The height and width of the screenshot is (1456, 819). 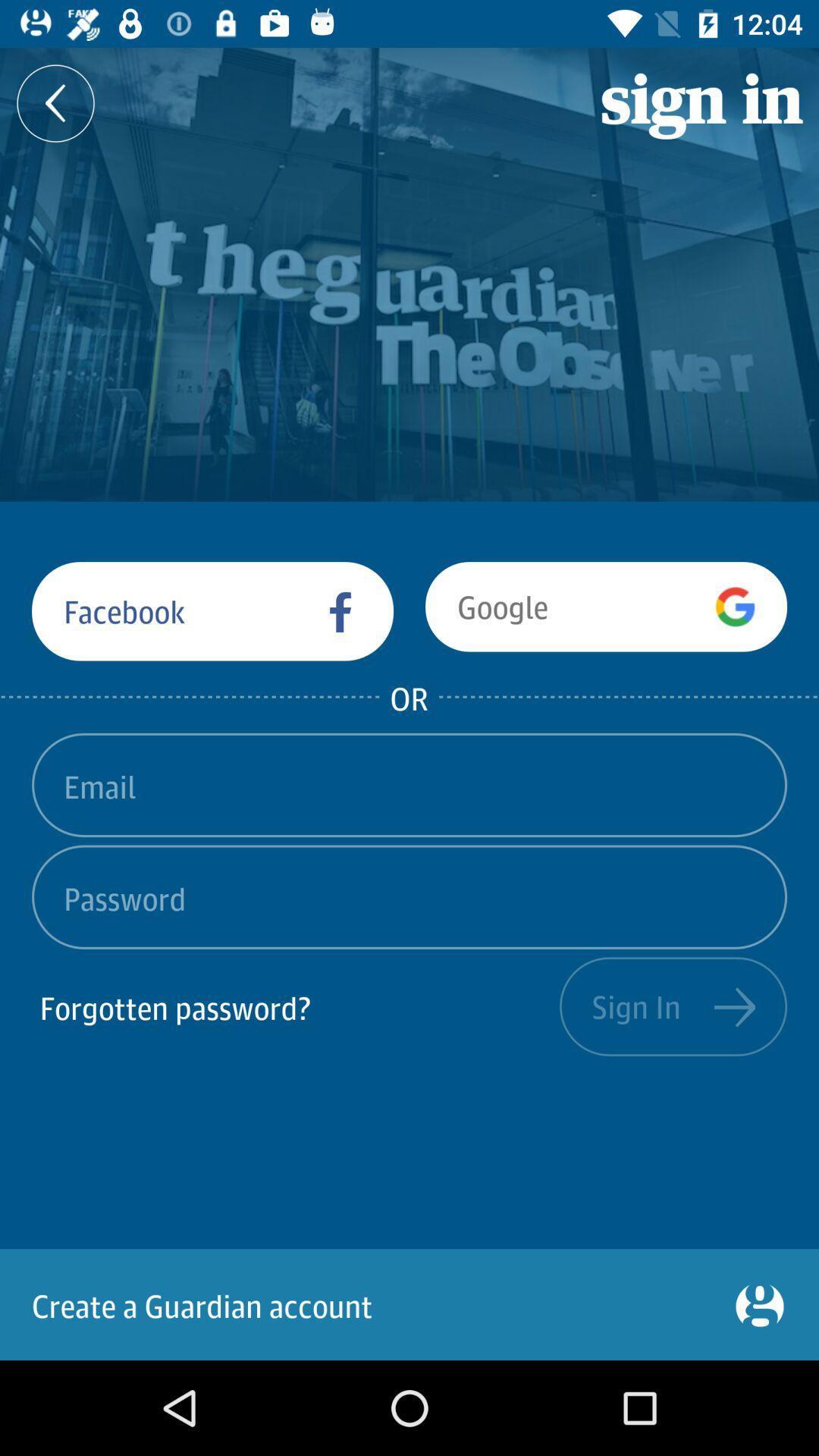 What do you see at coordinates (409, 897) in the screenshot?
I see `password` at bounding box center [409, 897].